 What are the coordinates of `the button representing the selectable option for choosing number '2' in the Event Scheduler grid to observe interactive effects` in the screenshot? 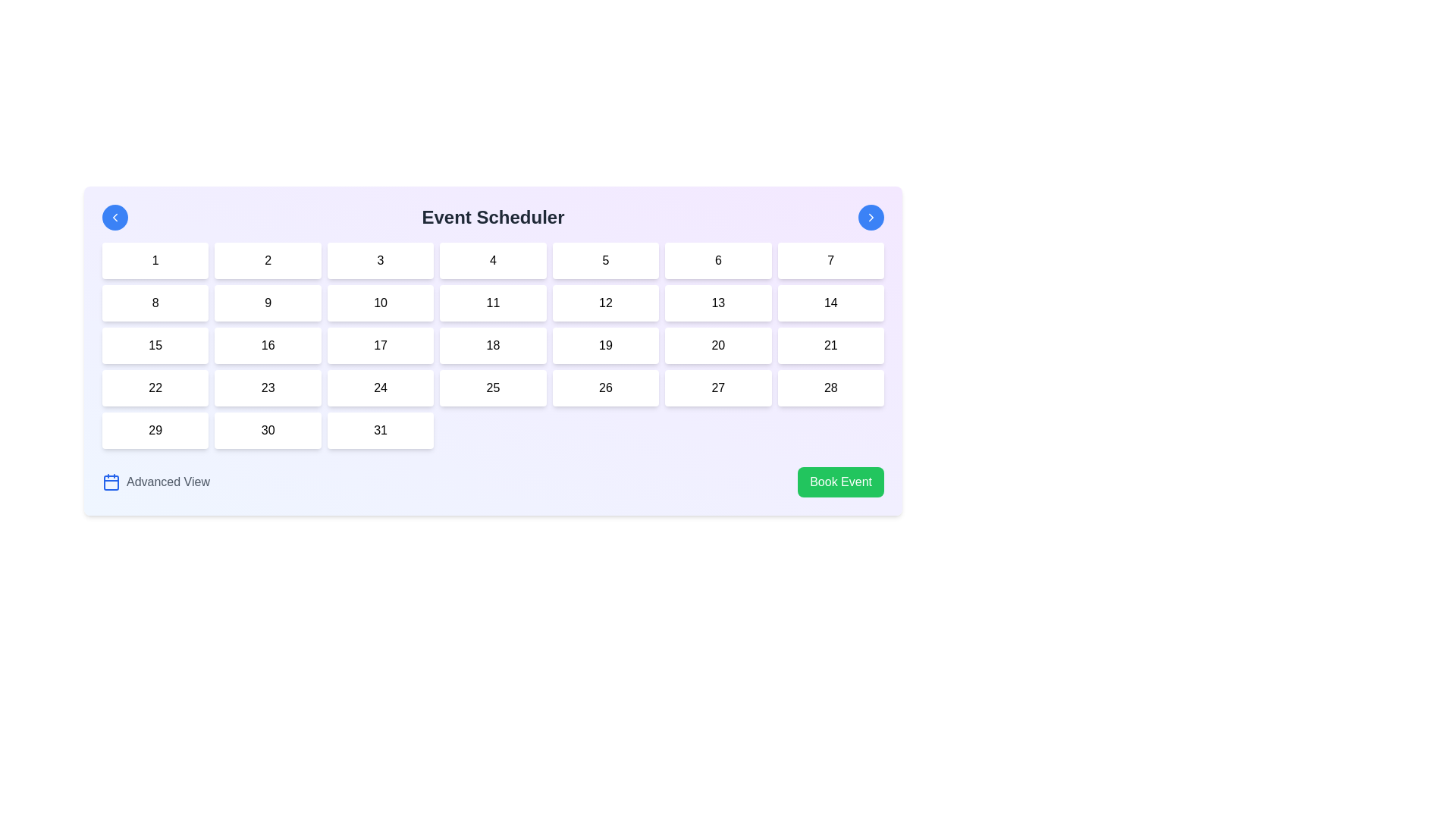 It's located at (268, 259).